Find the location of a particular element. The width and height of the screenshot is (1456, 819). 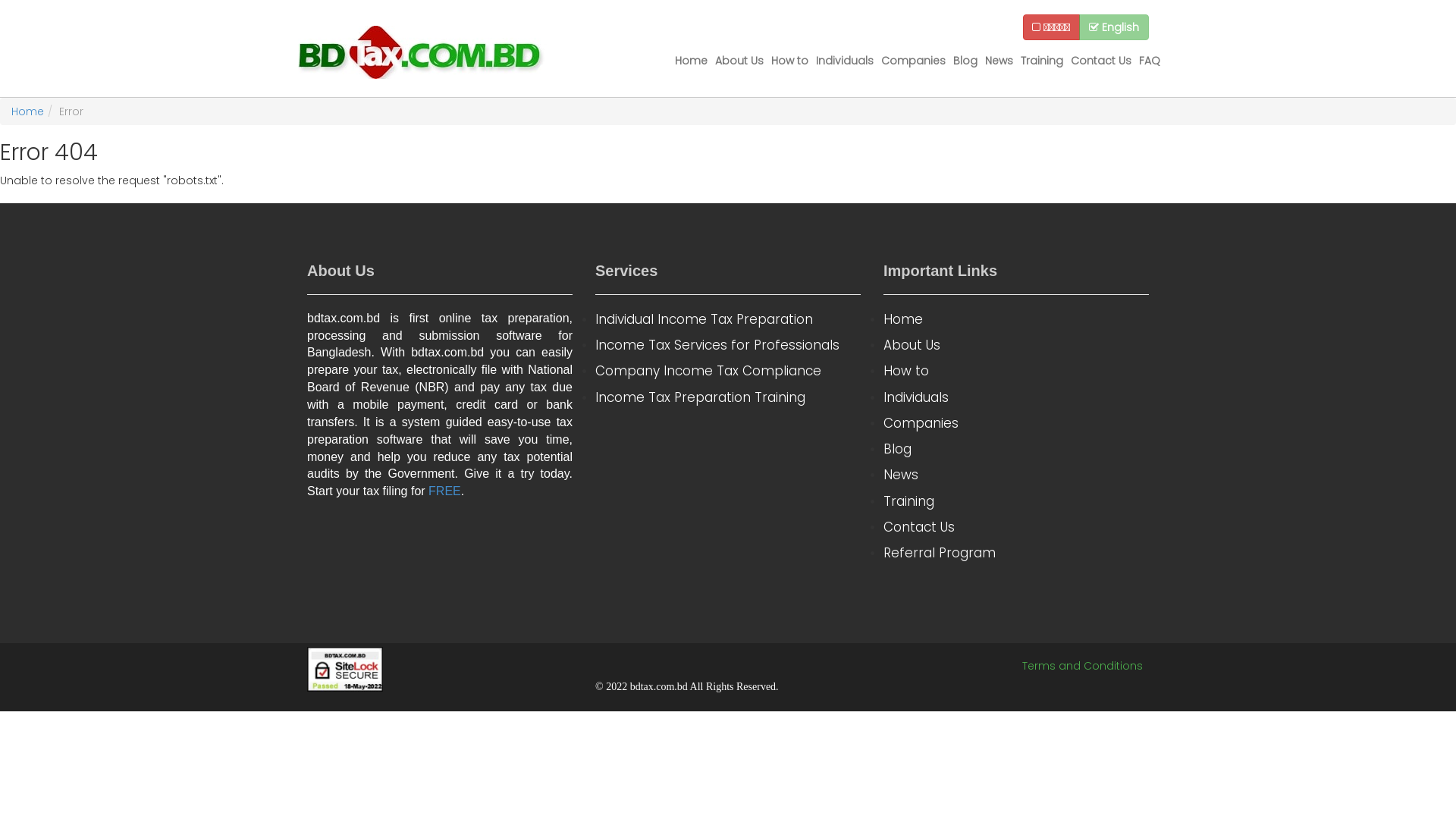

'About Us' is located at coordinates (1015, 345).